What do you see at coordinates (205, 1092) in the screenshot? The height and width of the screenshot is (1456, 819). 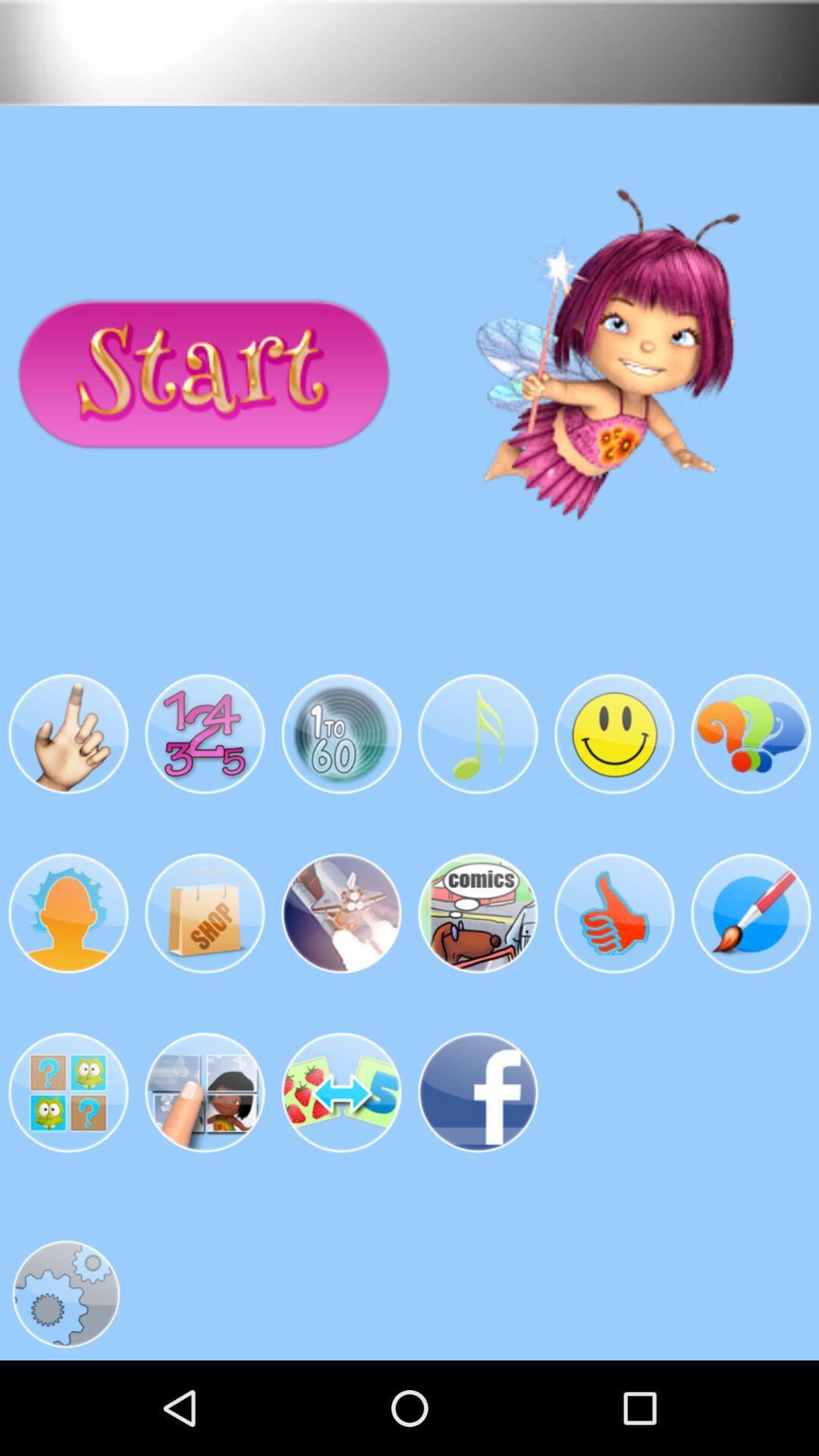 I see `the image in third line second image` at bounding box center [205, 1092].